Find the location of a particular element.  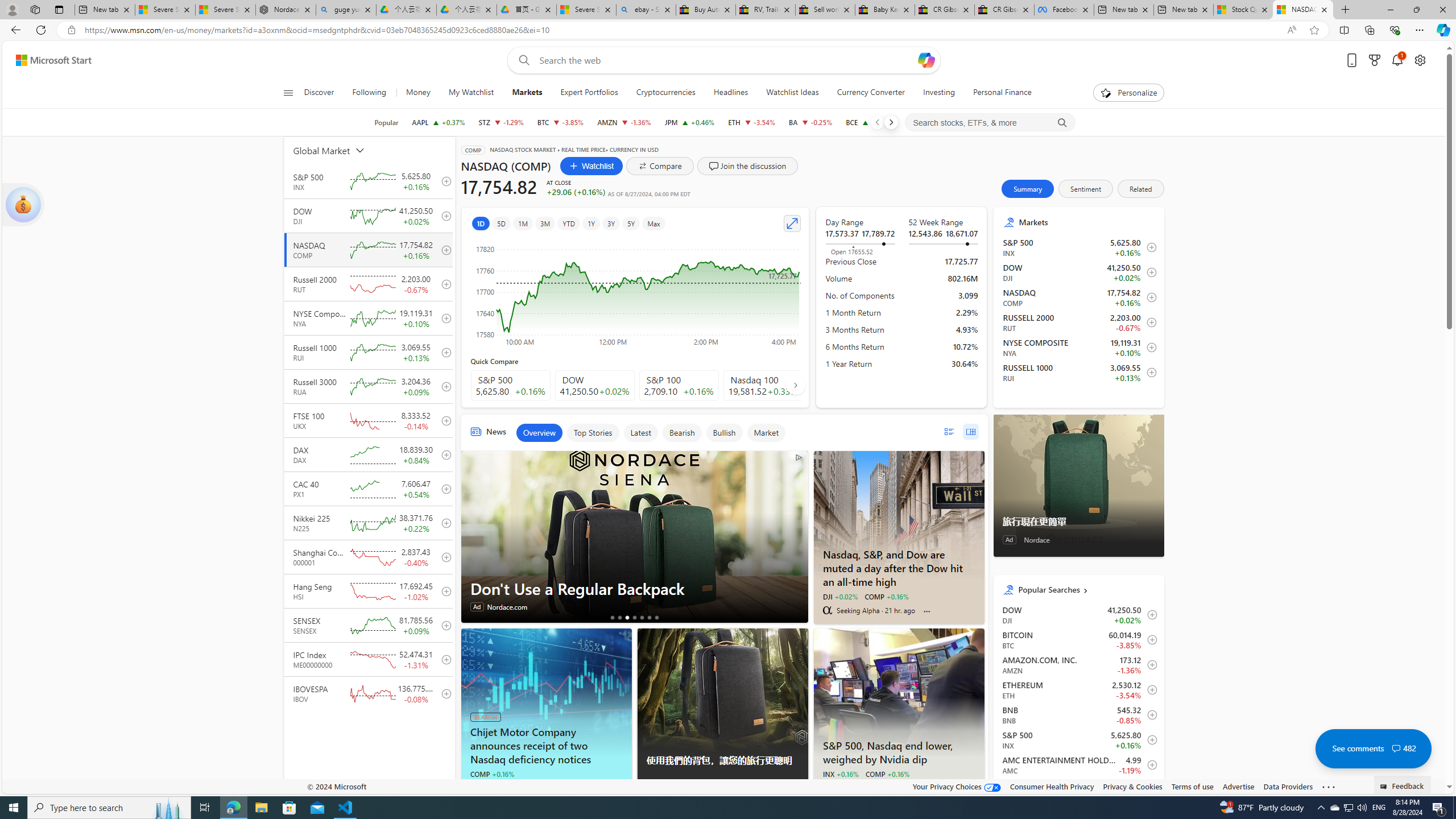

'Watchlist Ideas' is located at coordinates (791, 92).